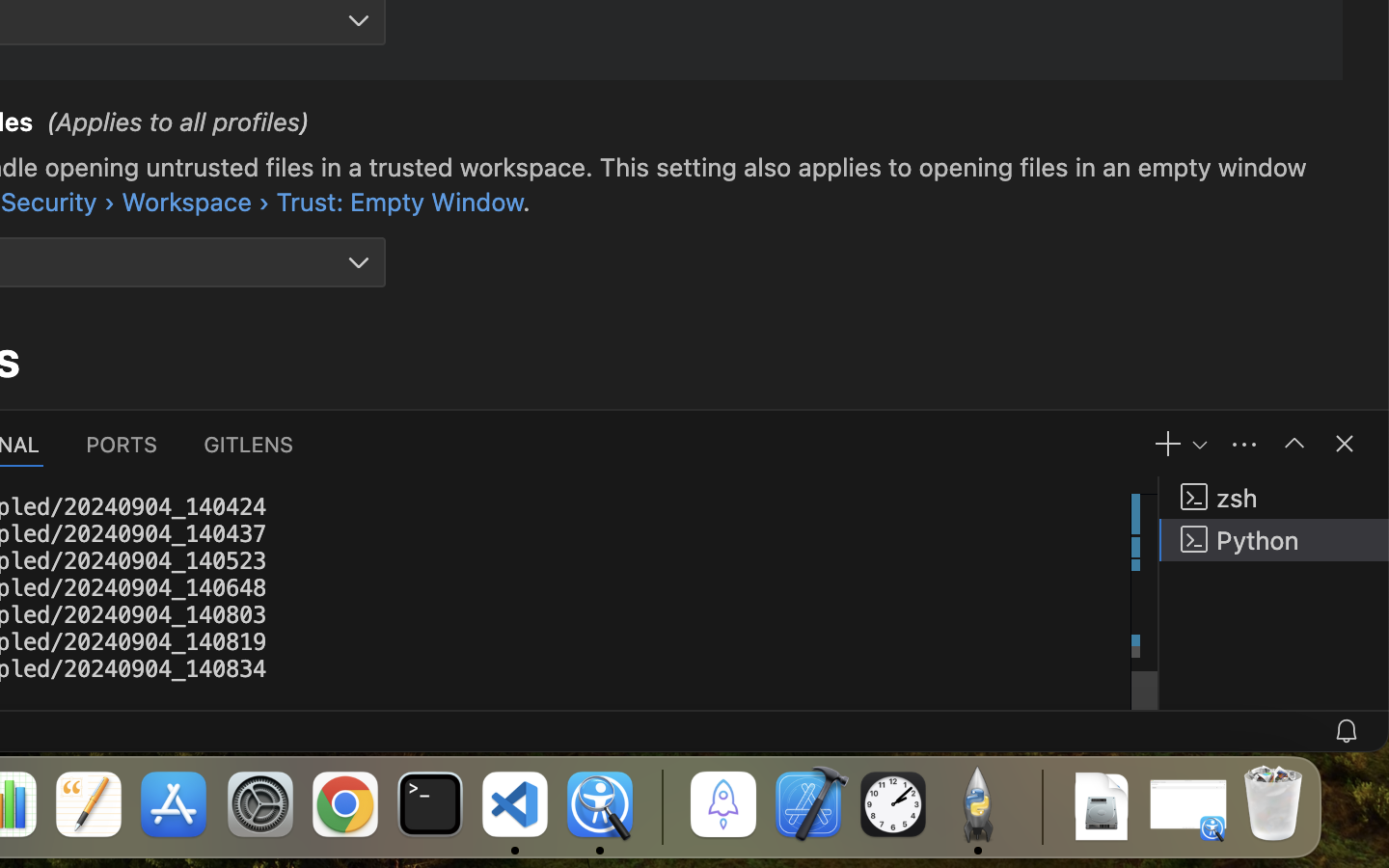 The image size is (1389, 868). Describe the element at coordinates (1273, 538) in the screenshot. I see `'Python '` at that location.